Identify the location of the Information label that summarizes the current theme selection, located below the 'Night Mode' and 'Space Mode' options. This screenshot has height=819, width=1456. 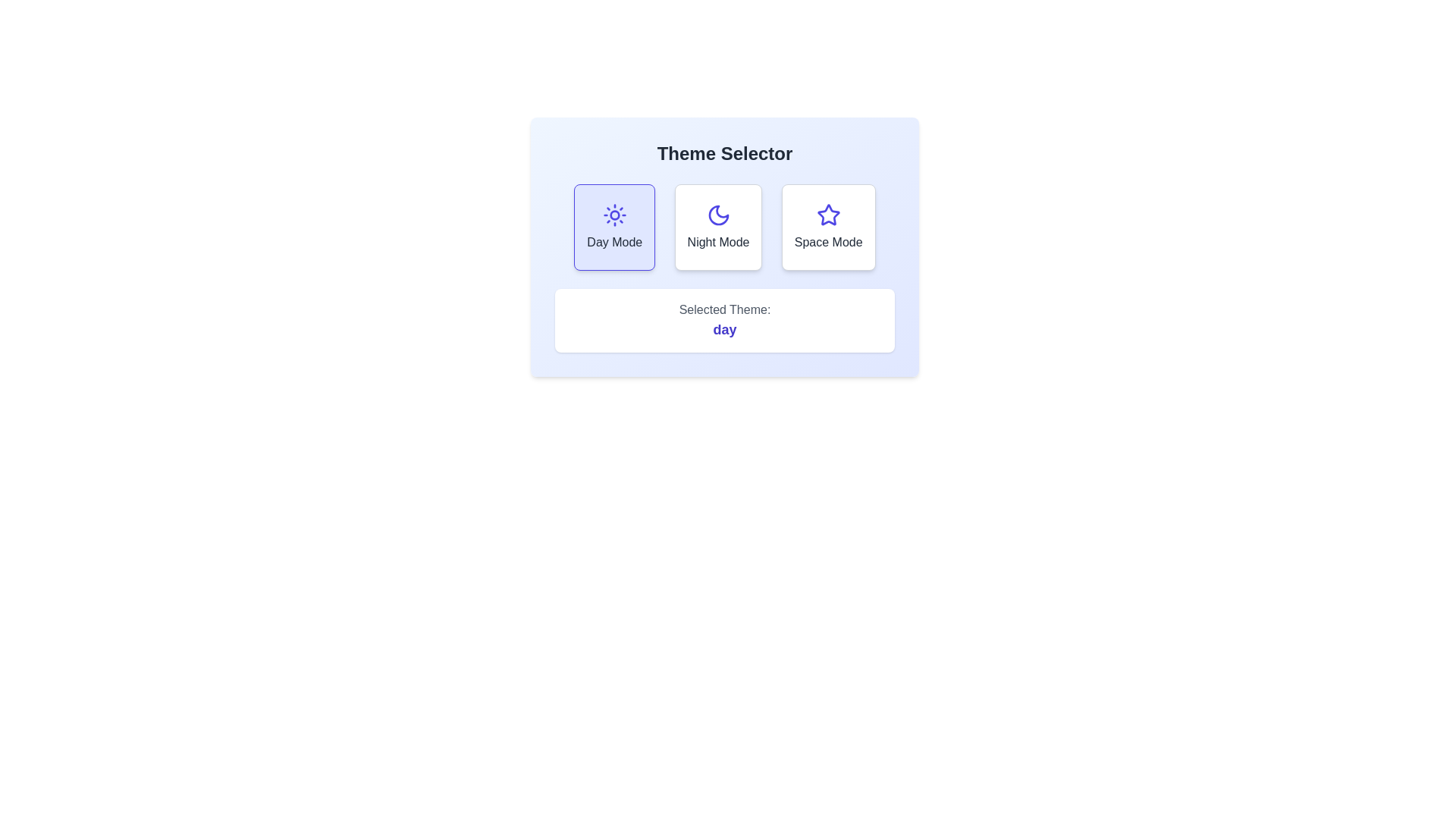
(723, 320).